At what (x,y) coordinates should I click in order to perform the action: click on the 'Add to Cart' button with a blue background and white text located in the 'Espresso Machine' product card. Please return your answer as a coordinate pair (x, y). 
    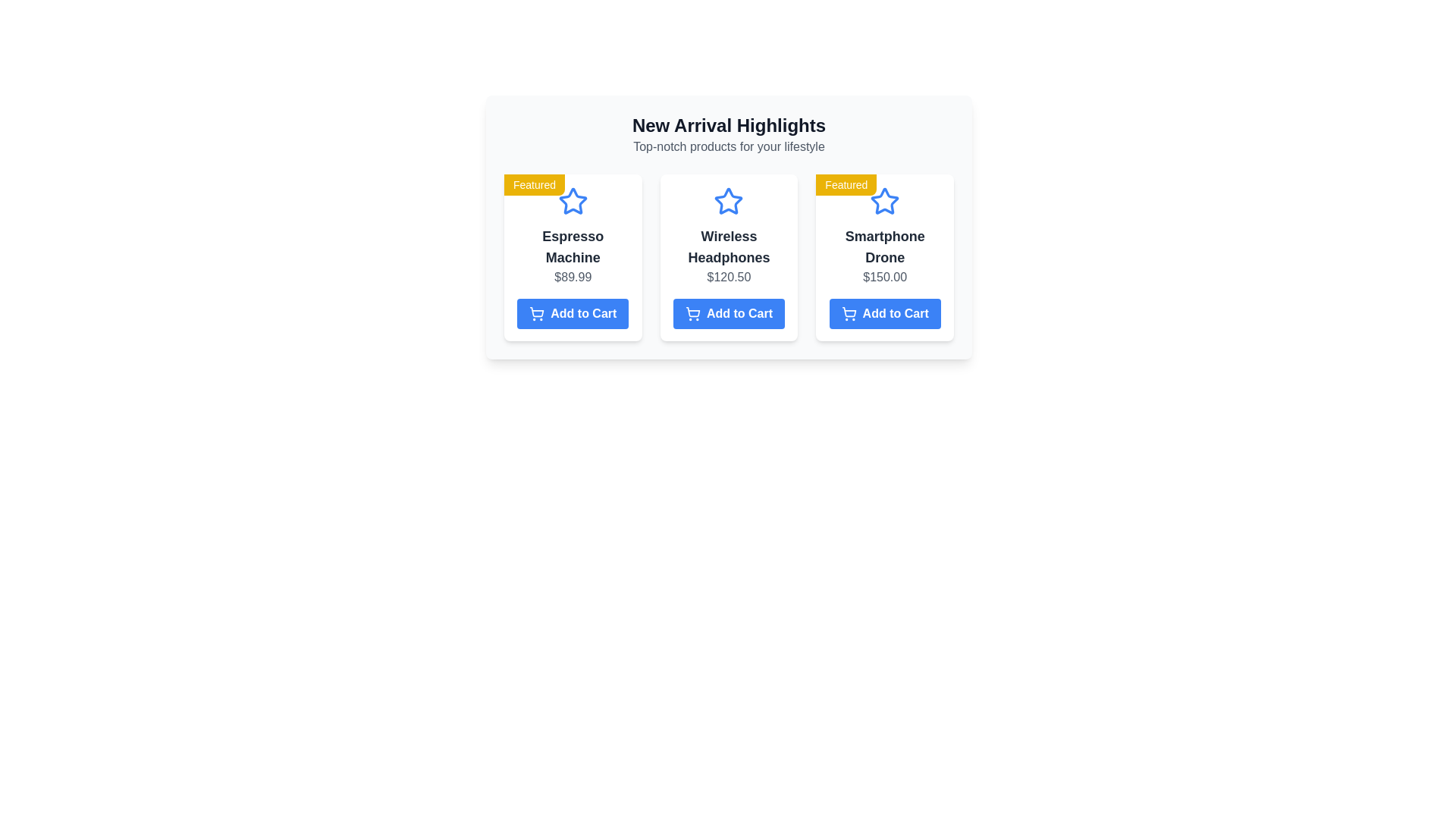
    Looking at the image, I should click on (572, 312).